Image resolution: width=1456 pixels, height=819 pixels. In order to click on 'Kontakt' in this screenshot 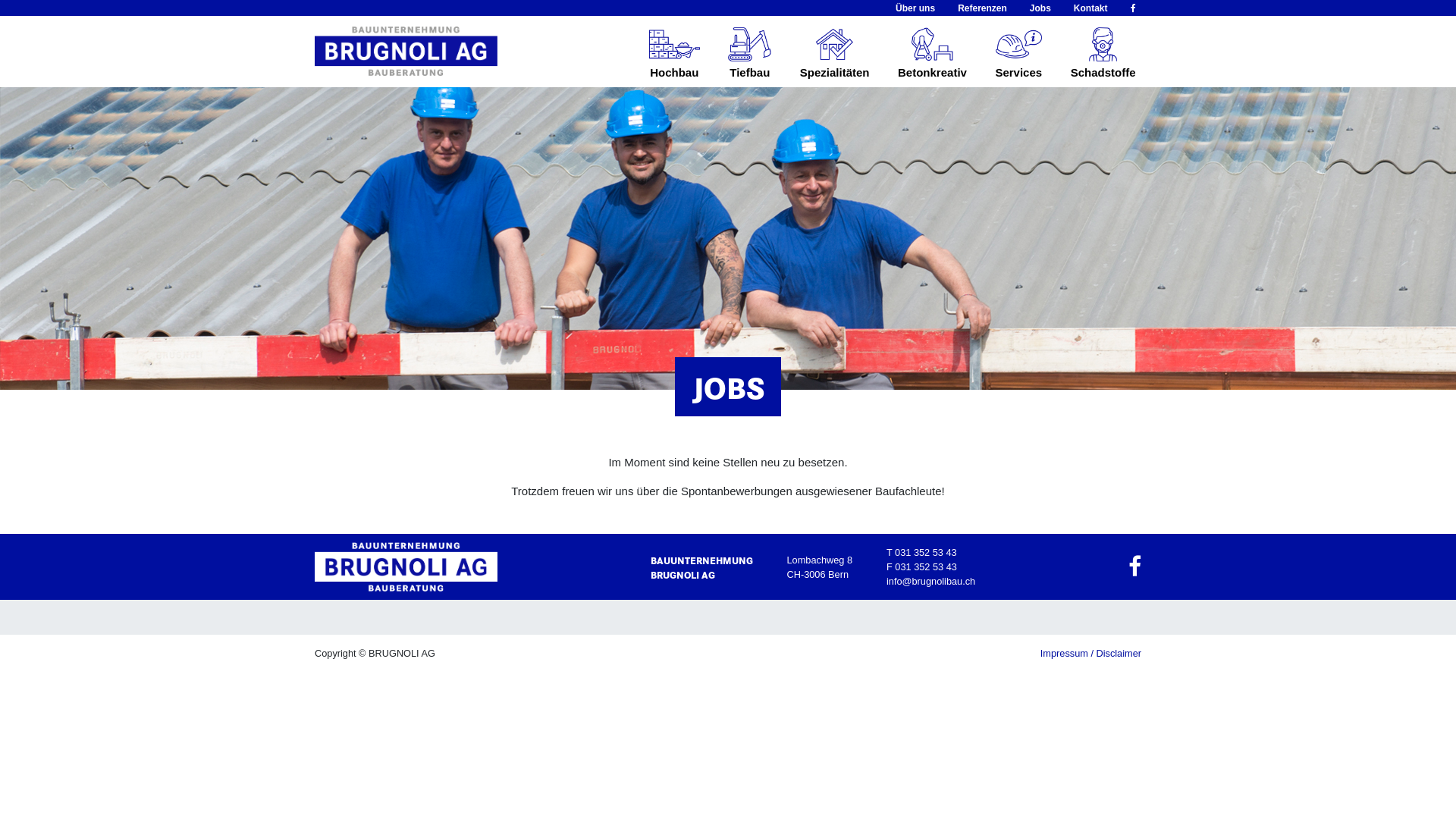, I will do `click(1090, 8)`.